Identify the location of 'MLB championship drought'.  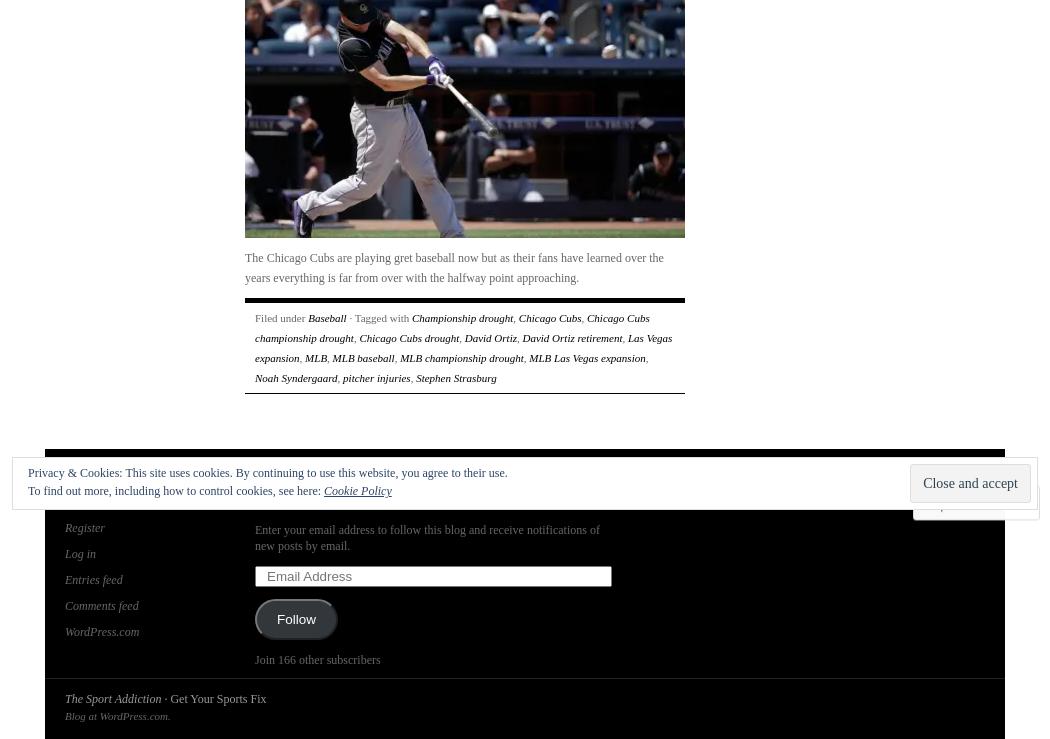
(461, 356).